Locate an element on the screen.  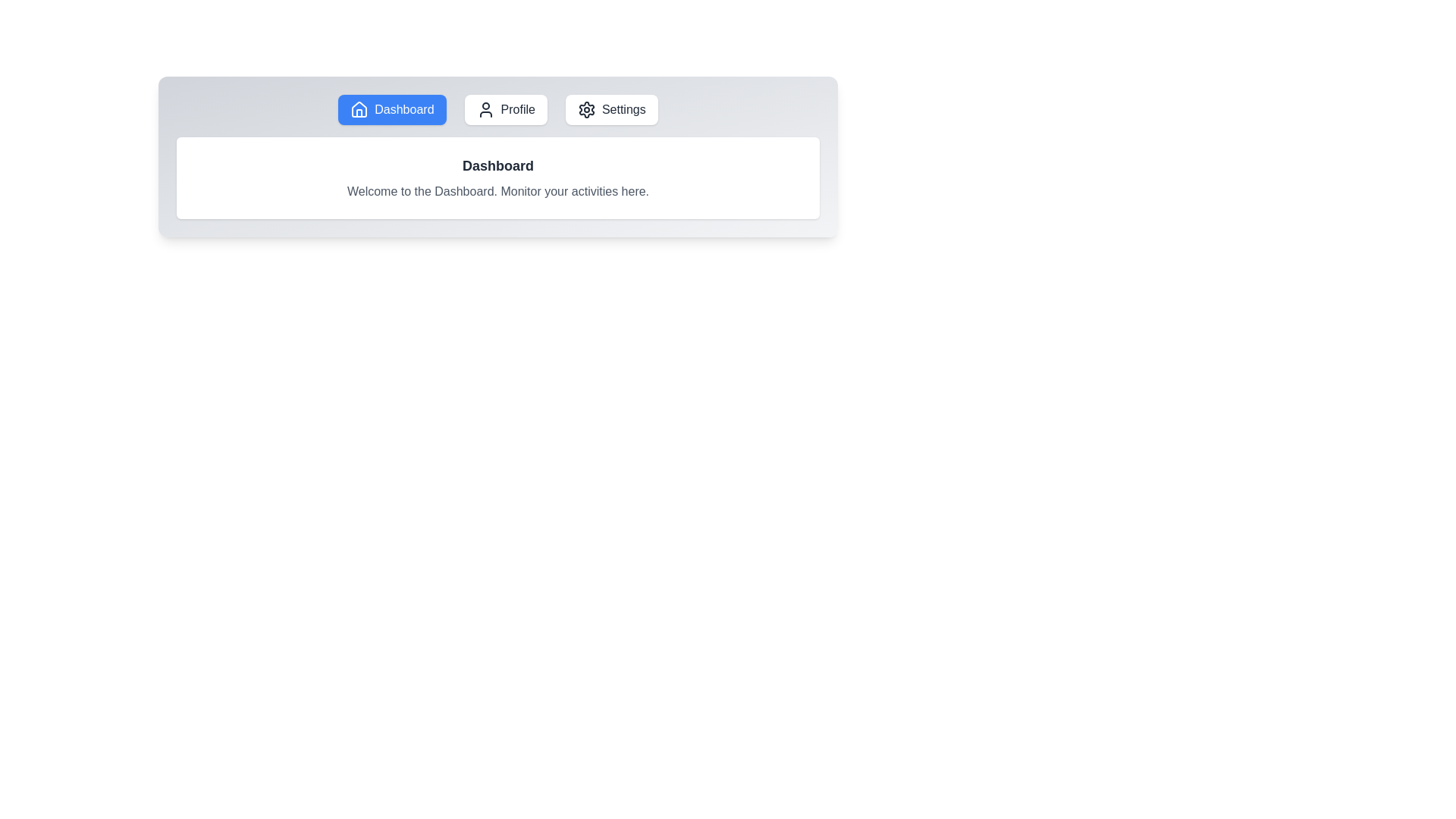
the tab button labeled Settings is located at coordinates (611, 109).